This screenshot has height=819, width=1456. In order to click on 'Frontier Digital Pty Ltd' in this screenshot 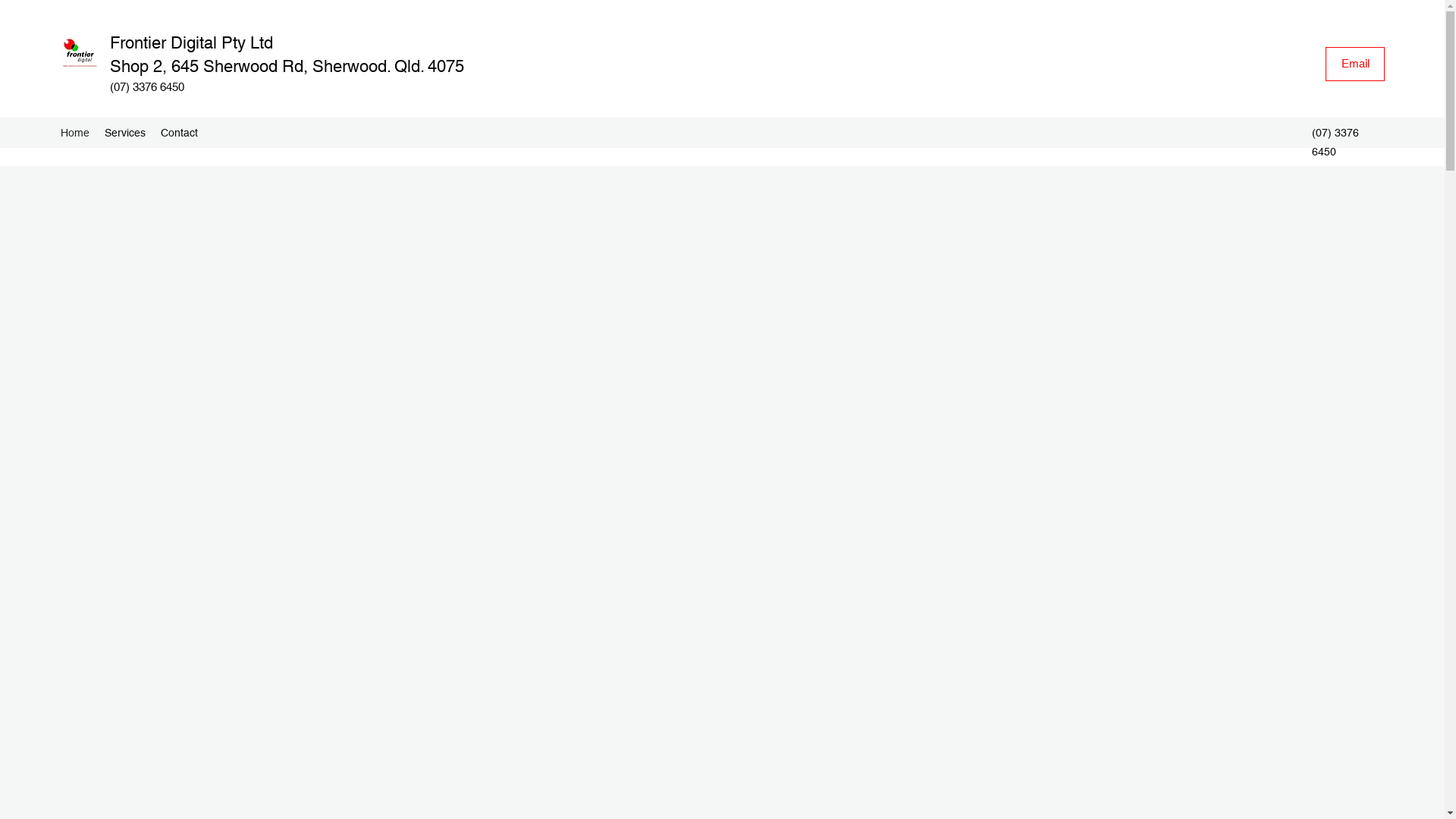, I will do `click(190, 42)`.